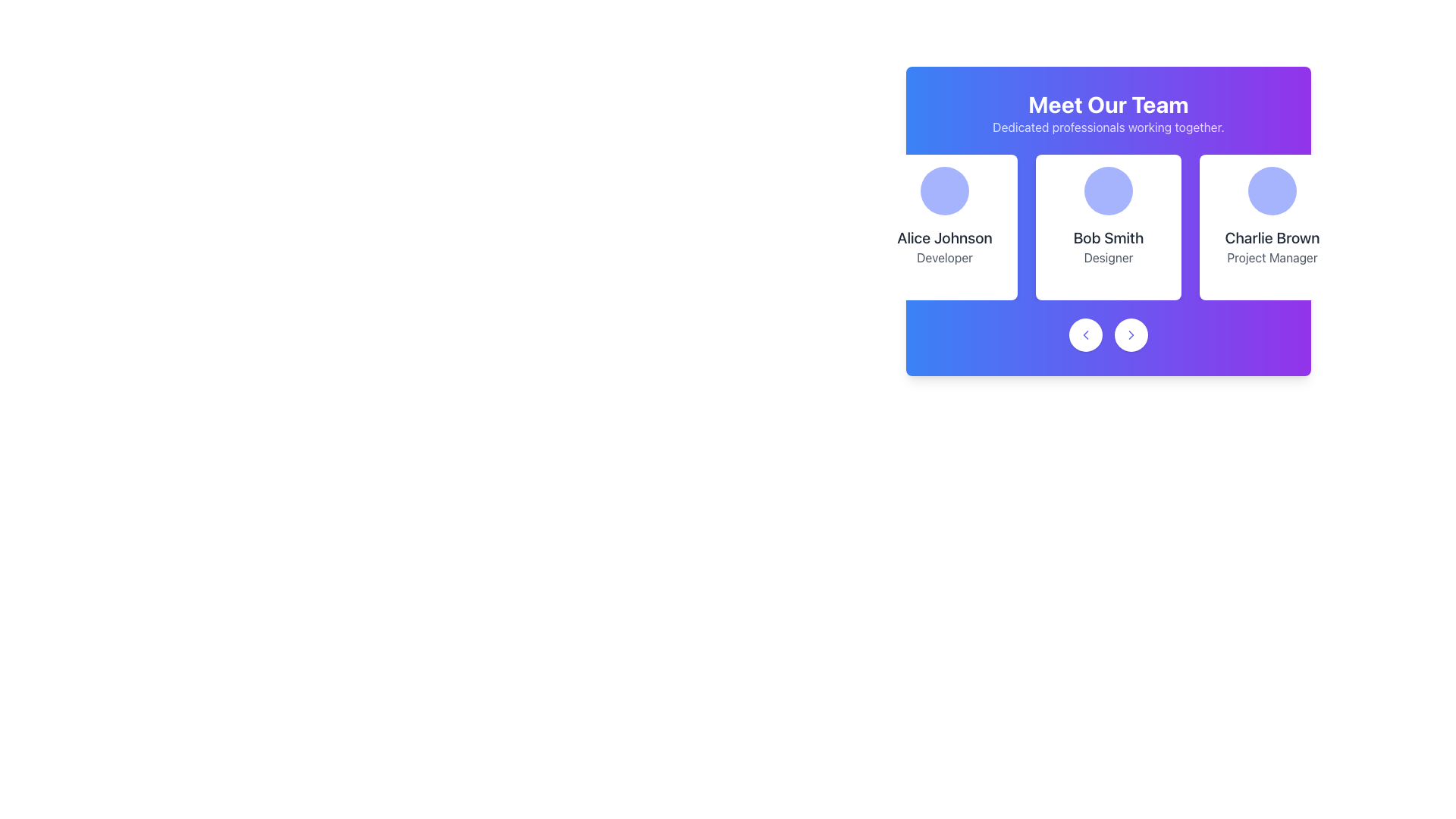 The image size is (1456, 819). What do you see at coordinates (1084, 334) in the screenshot?
I see `the left-pointing chevron icon located inside a circular button at the bottom center of the purple gradient section beneath the team cards` at bounding box center [1084, 334].